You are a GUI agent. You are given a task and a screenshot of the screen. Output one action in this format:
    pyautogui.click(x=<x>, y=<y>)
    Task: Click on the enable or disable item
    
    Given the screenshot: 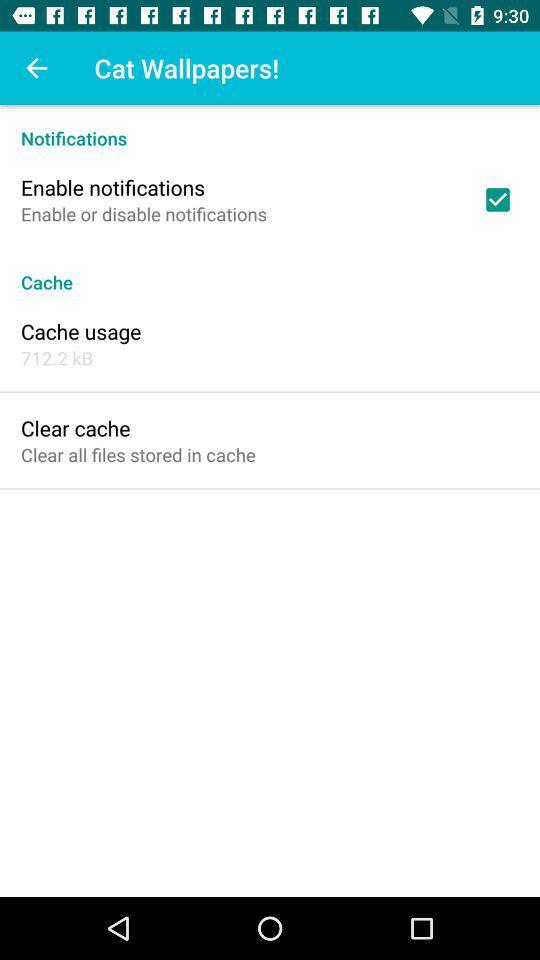 What is the action you would take?
    pyautogui.click(x=143, y=214)
    